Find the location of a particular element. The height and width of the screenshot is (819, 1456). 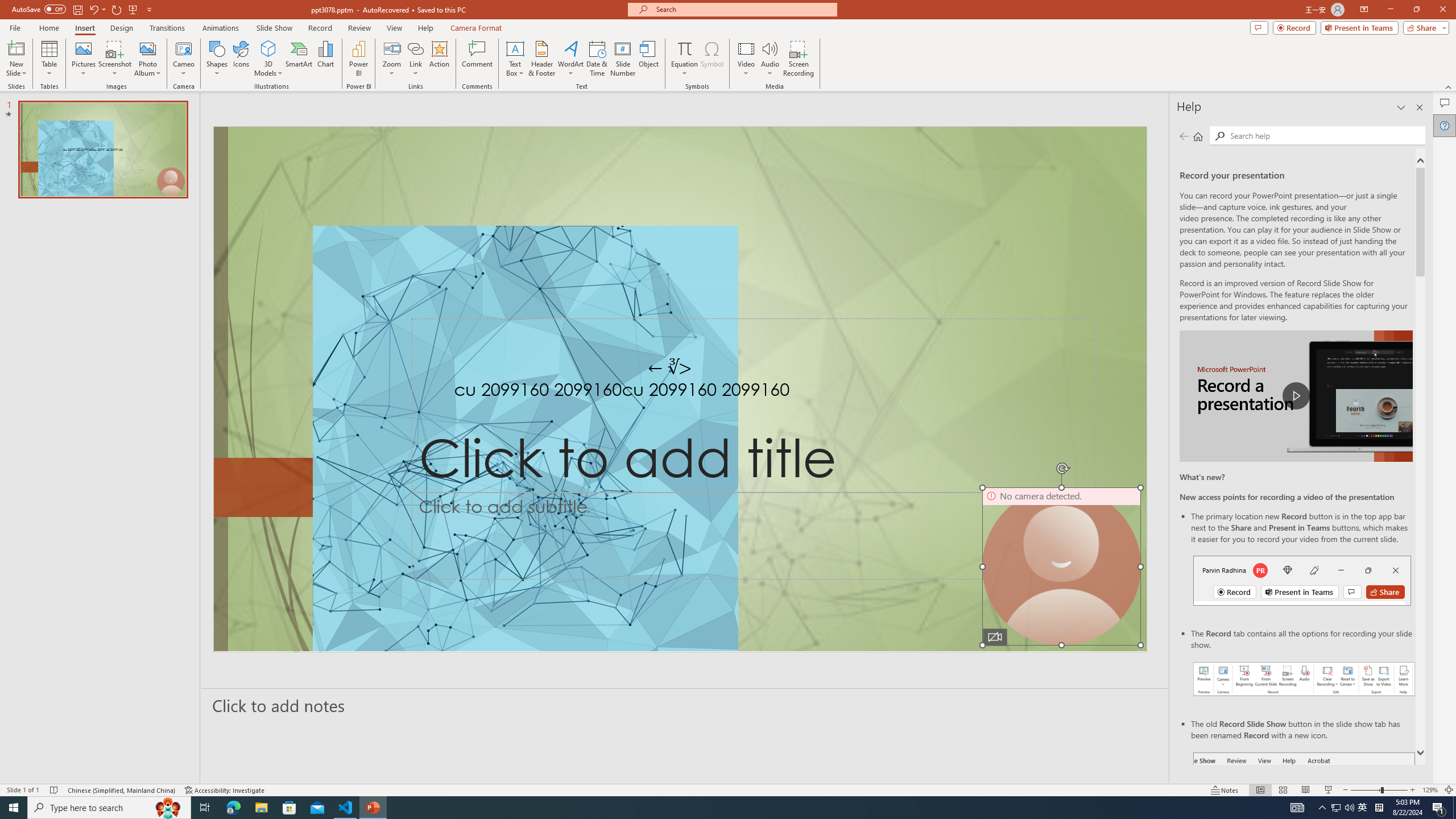

'Power BI' is located at coordinates (359, 59).